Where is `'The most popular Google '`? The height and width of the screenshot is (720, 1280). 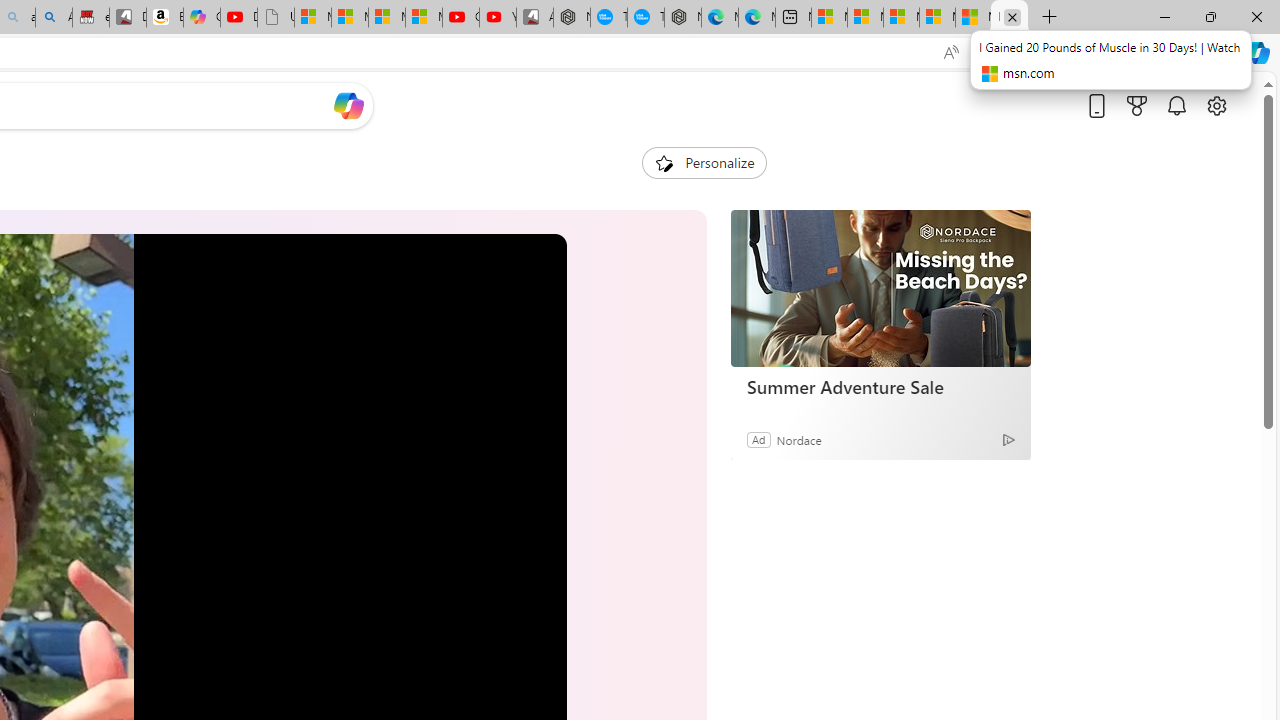 'The most popular Google ' is located at coordinates (646, 17).